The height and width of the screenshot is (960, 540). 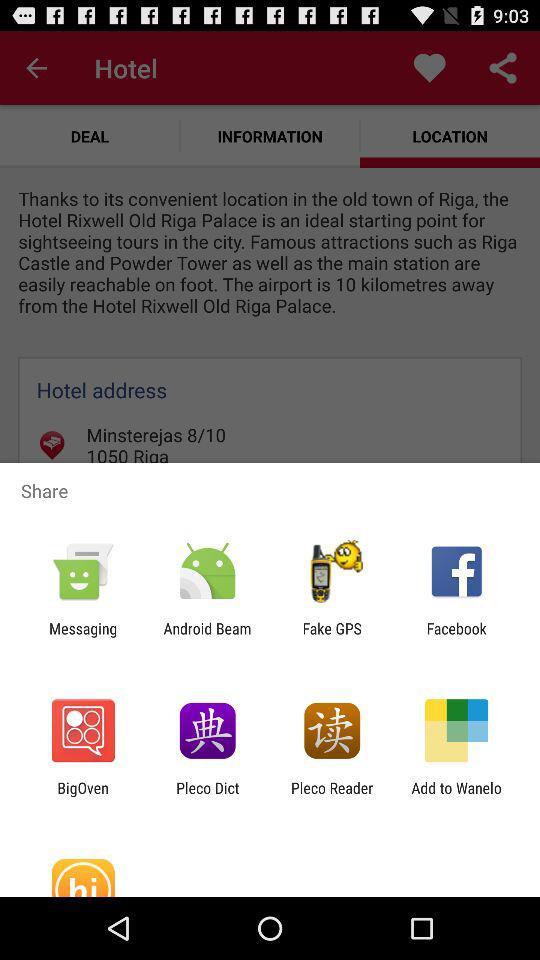 What do you see at coordinates (332, 636) in the screenshot?
I see `the icon to the left of facebook item` at bounding box center [332, 636].